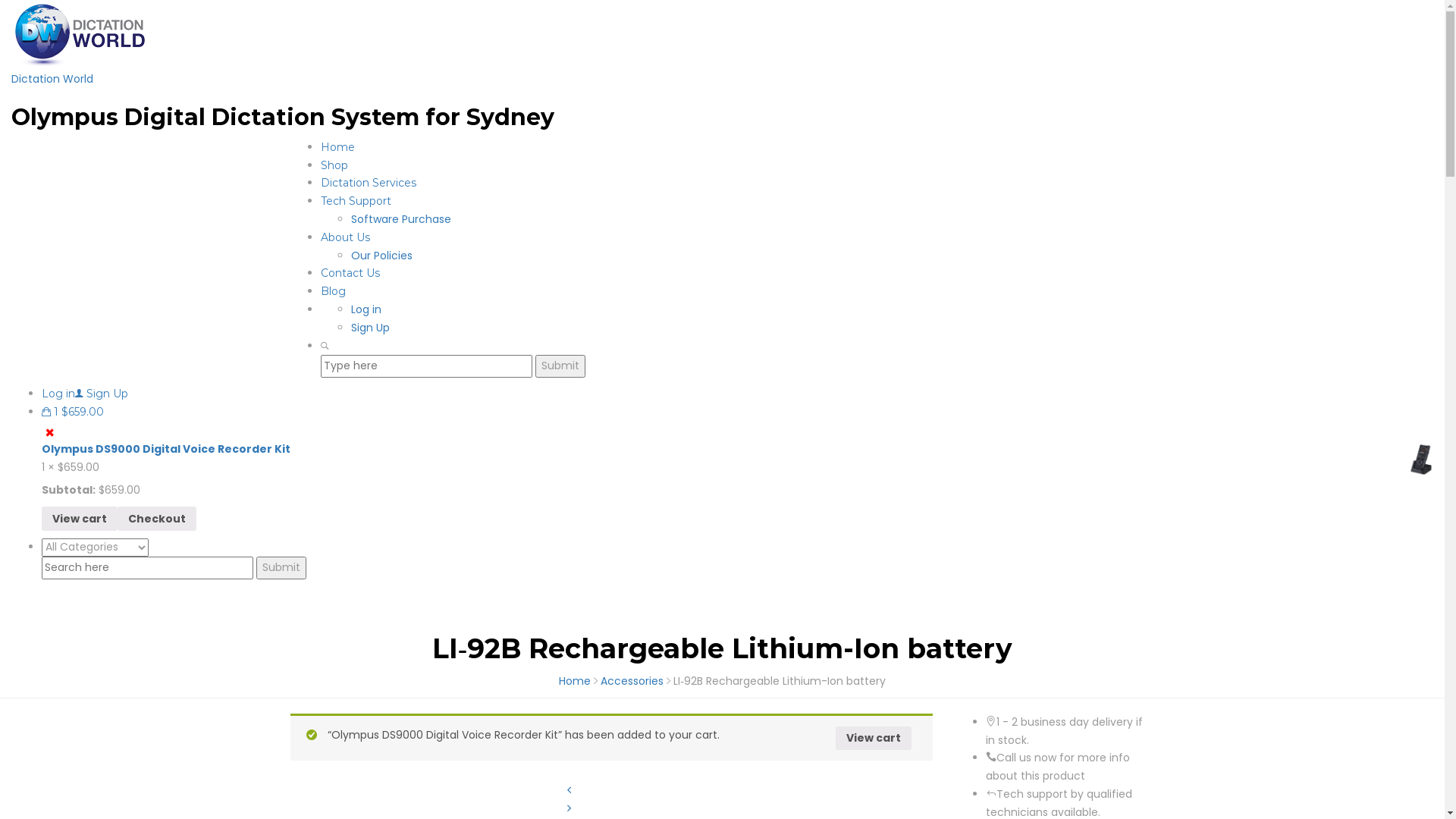 This screenshot has width=1456, height=819. What do you see at coordinates (331, 291) in the screenshot?
I see `'Blog'` at bounding box center [331, 291].